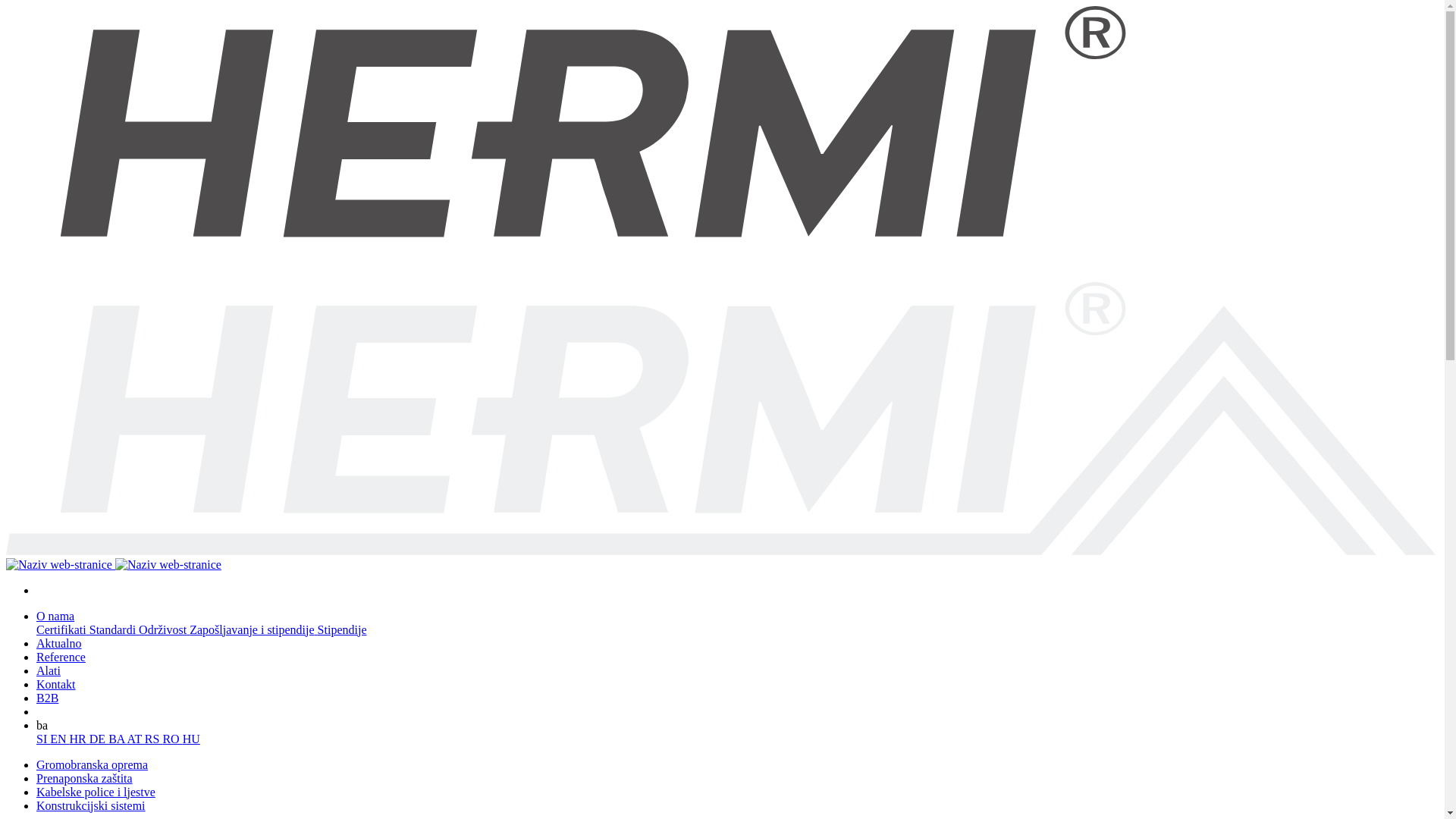  What do you see at coordinates (50, 738) in the screenshot?
I see `'EN'` at bounding box center [50, 738].